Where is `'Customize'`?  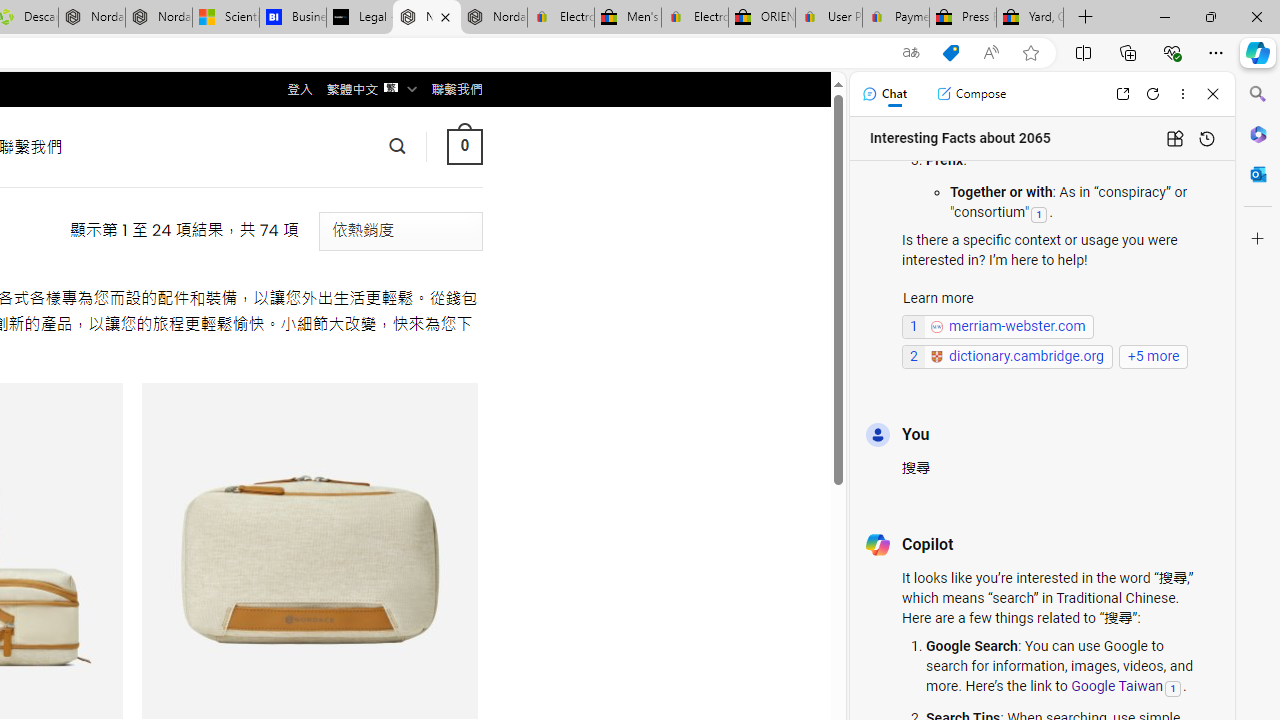
'Customize' is located at coordinates (1257, 238).